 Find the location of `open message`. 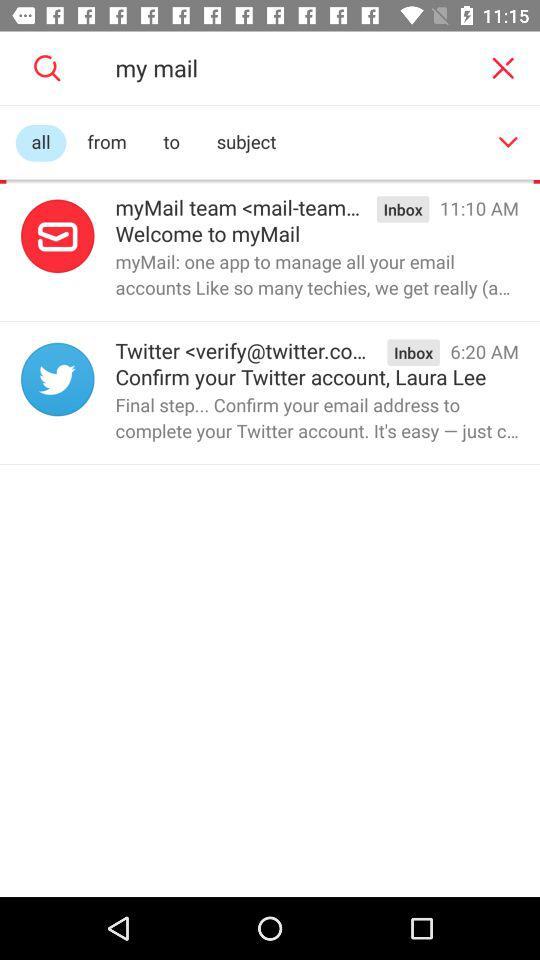

open message is located at coordinates (57, 378).